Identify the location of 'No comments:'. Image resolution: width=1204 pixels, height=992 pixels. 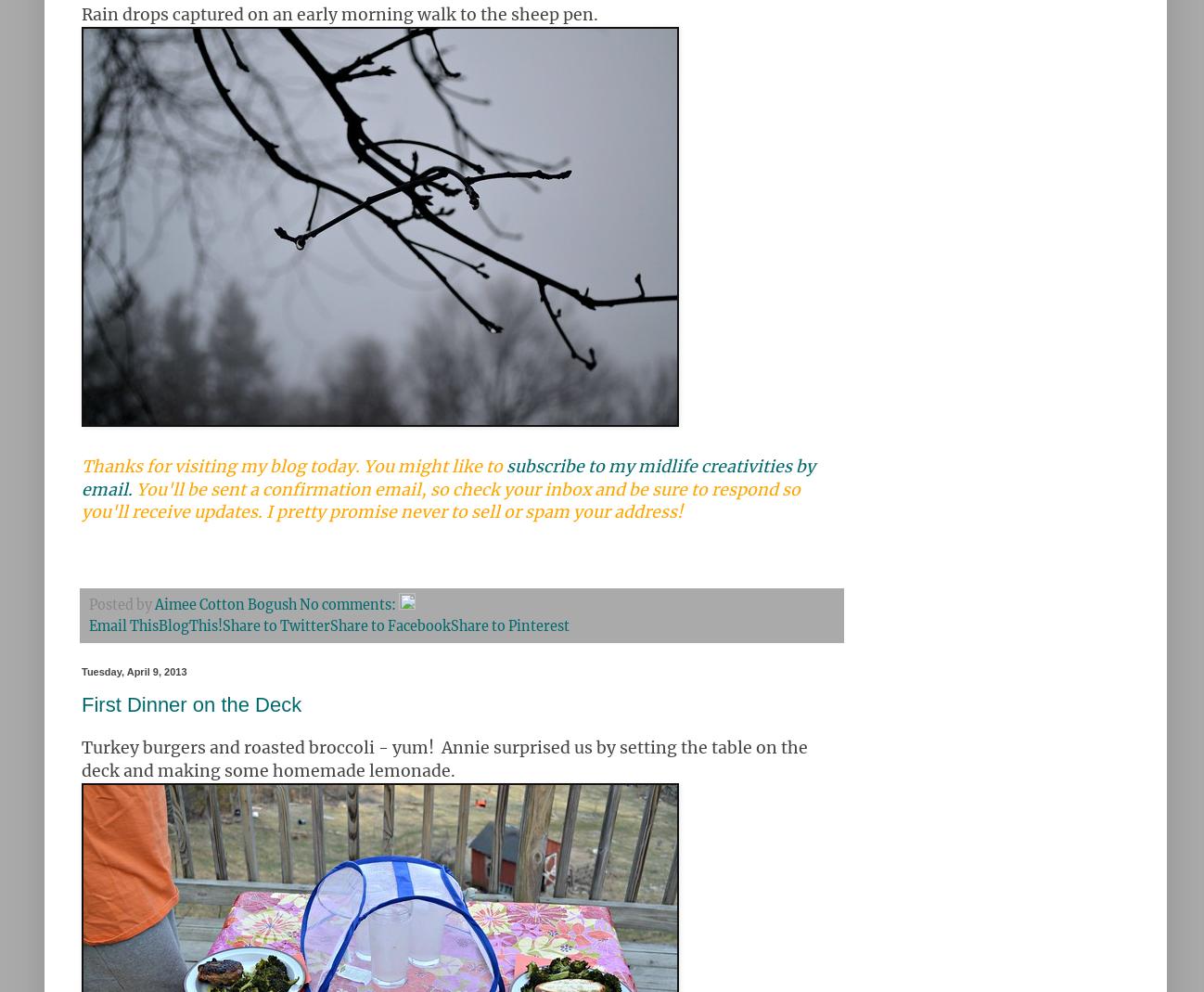
(298, 603).